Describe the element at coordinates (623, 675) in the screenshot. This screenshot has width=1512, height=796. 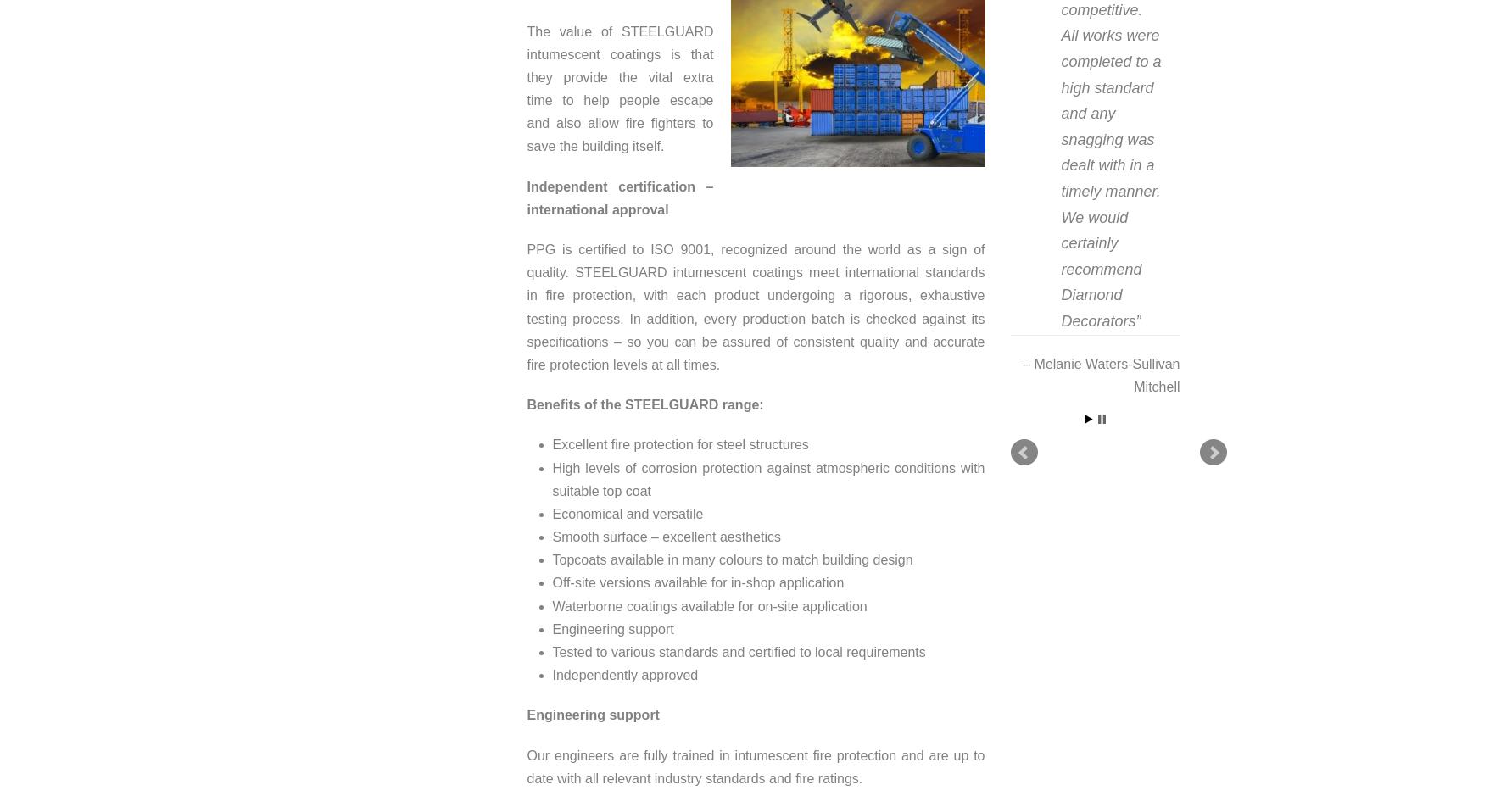
I see `'Independently approved'` at that location.